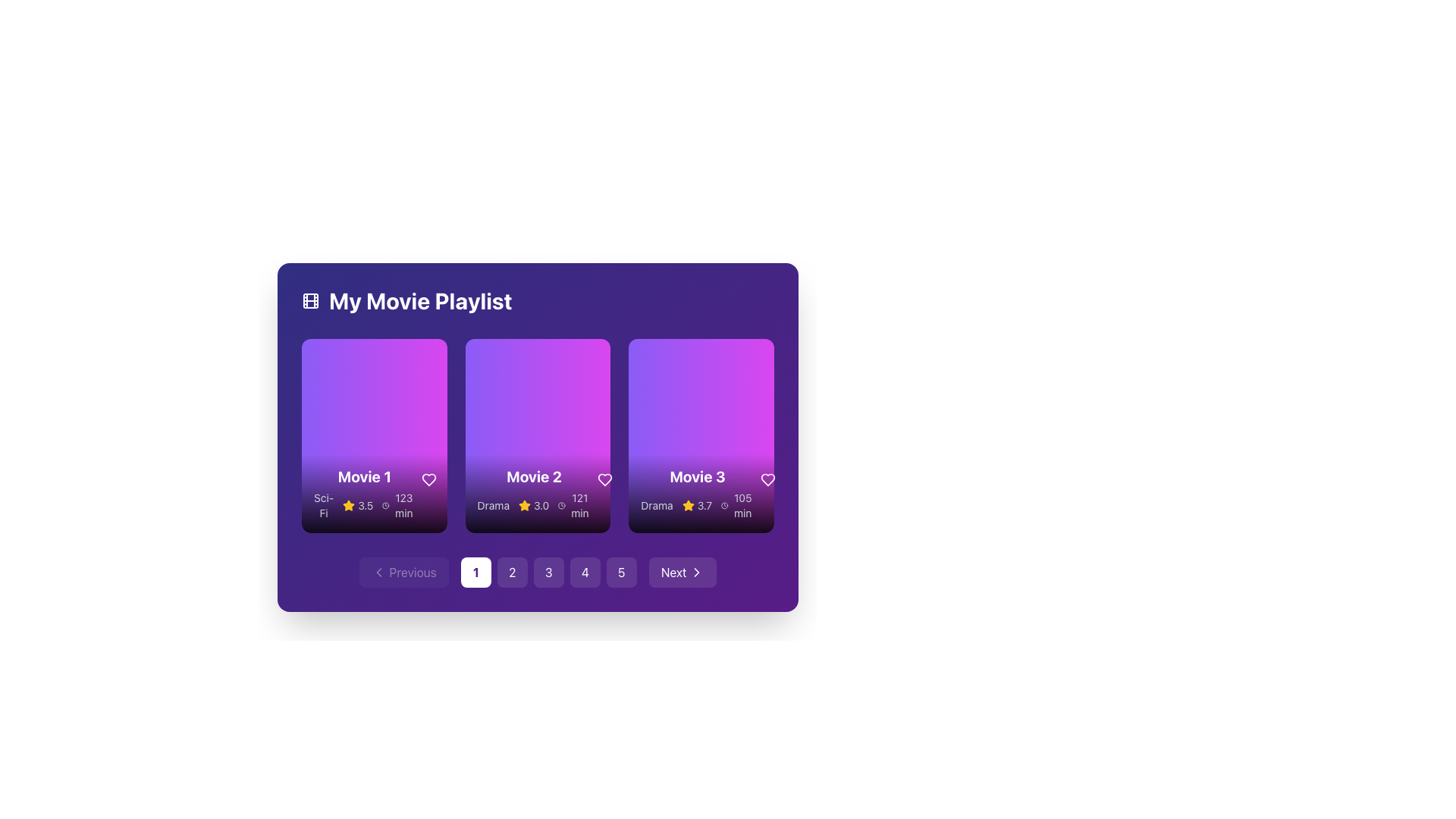  Describe the element at coordinates (364, 475) in the screenshot. I see `displayed text of the bold, large-sized title 'Movie 1' in white, which is located near the top part of the bottom section of the first movie card` at that location.